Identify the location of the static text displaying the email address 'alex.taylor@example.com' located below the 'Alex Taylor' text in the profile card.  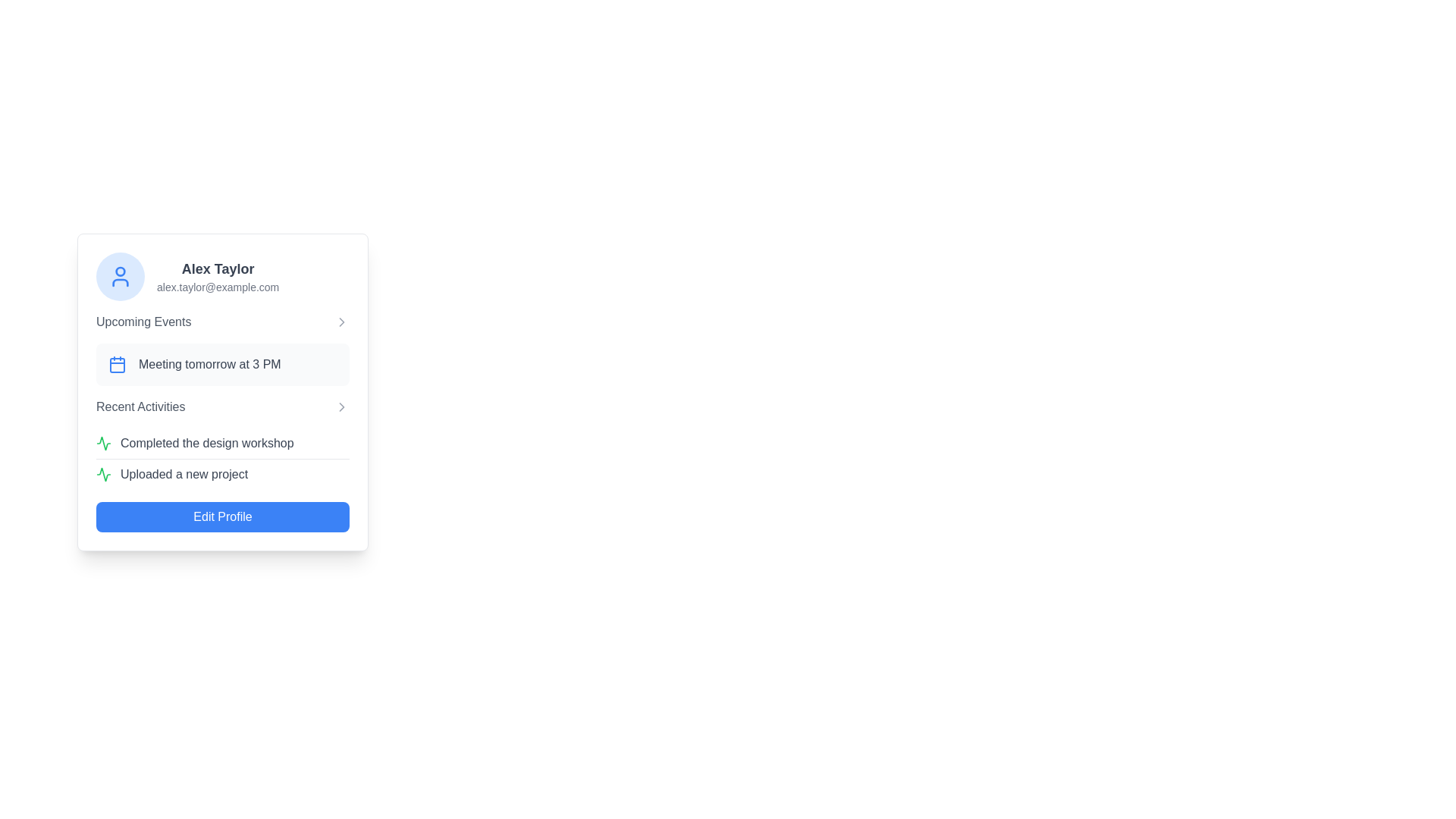
(217, 287).